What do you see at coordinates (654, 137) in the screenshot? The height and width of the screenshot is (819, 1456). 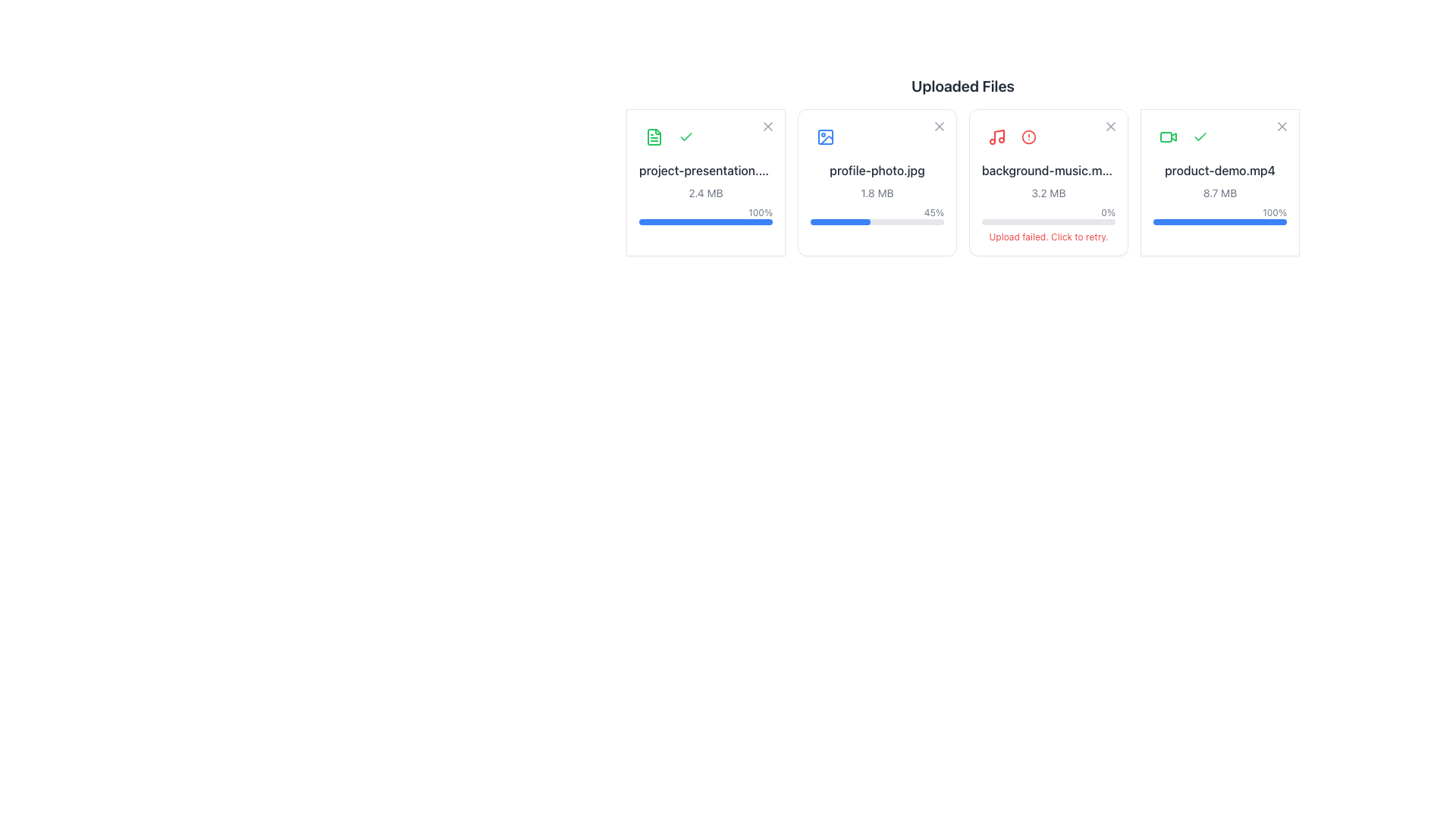 I see `the file icon located in the top-left of the 'Uploaded Files' section next to the file name 'project-presentation'` at bounding box center [654, 137].